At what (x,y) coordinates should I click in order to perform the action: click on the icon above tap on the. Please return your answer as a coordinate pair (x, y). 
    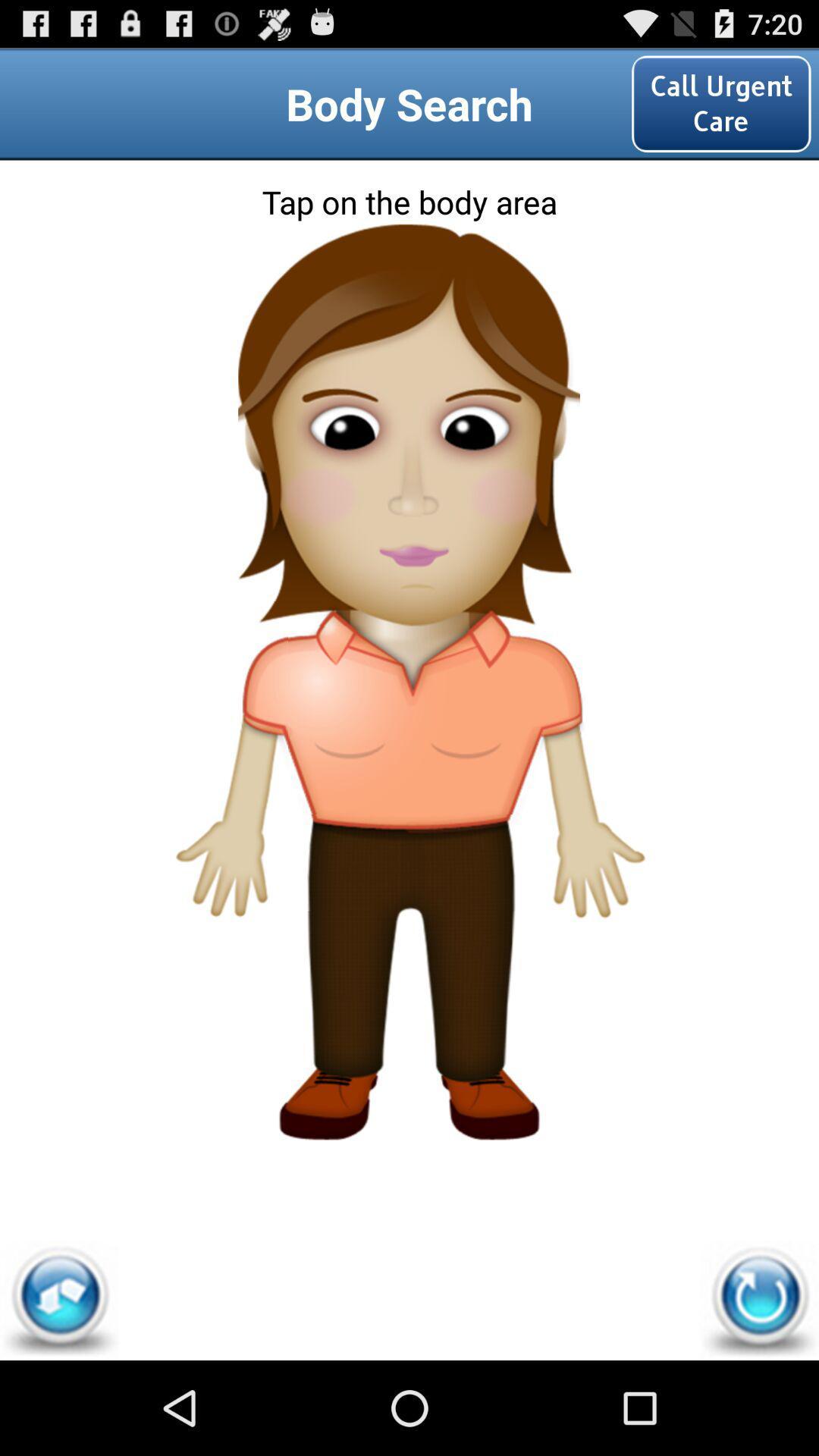
    Looking at the image, I should click on (720, 103).